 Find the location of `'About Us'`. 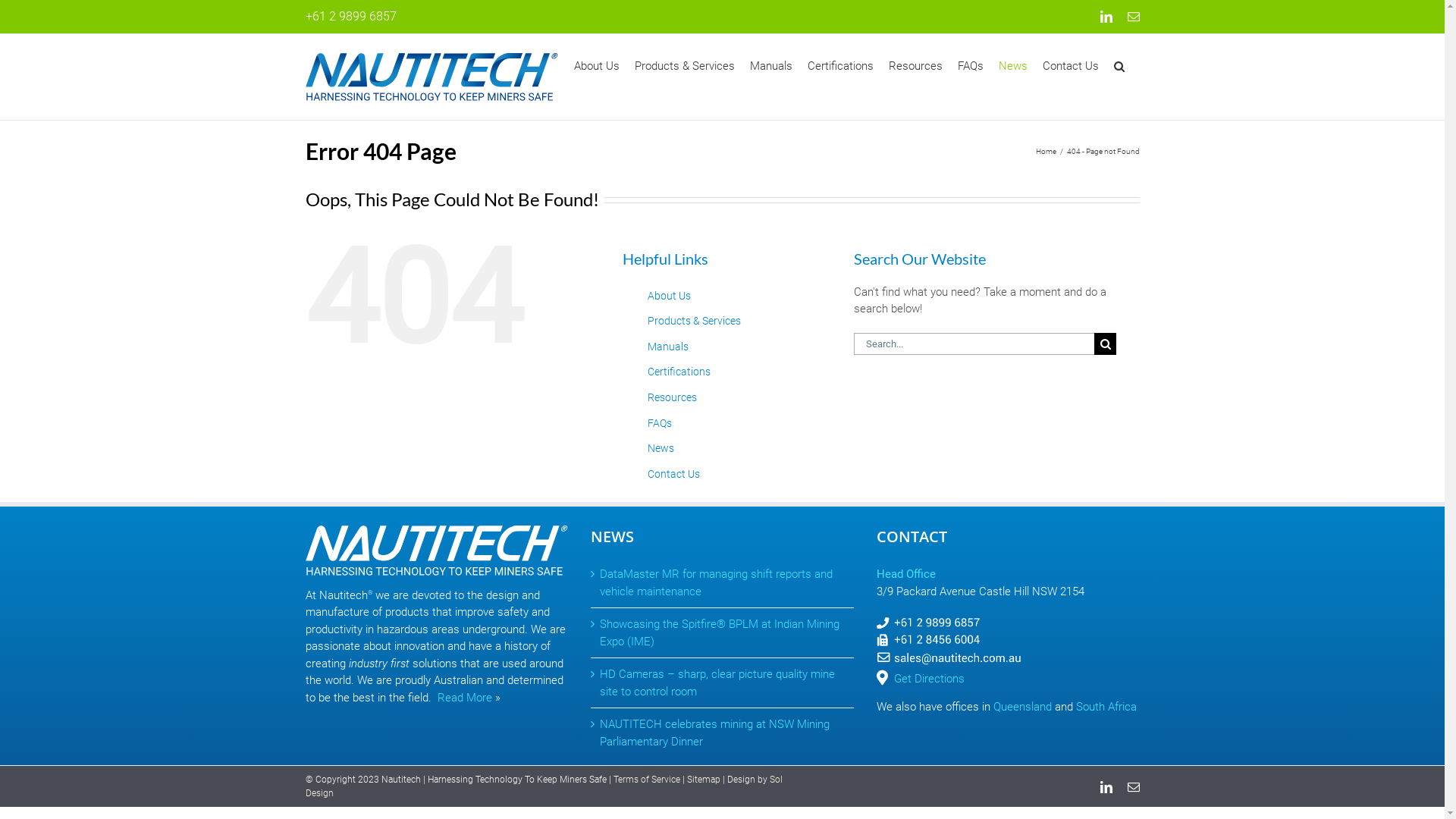

'About Us' is located at coordinates (668, 295).